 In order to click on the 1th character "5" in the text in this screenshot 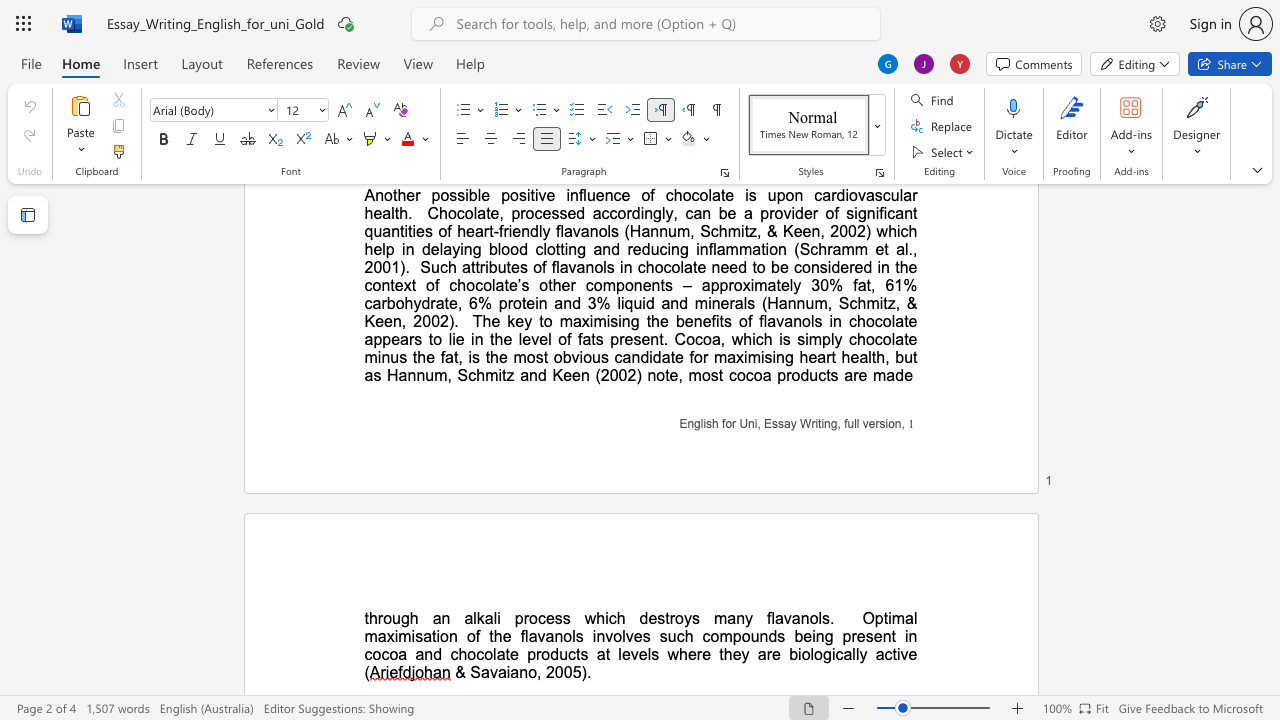, I will do `click(576, 672)`.